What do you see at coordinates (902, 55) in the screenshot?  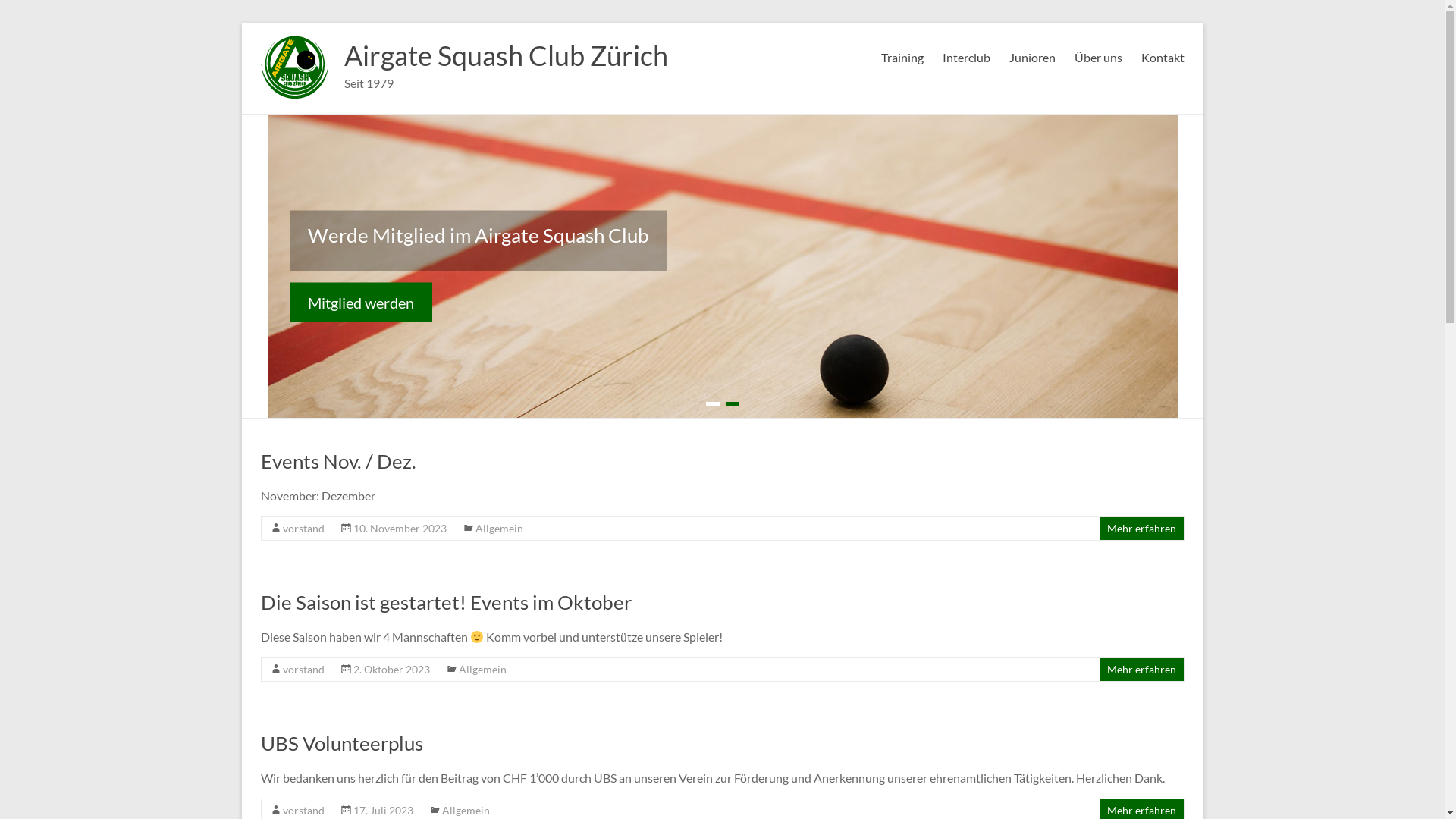 I see `'Training'` at bounding box center [902, 55].